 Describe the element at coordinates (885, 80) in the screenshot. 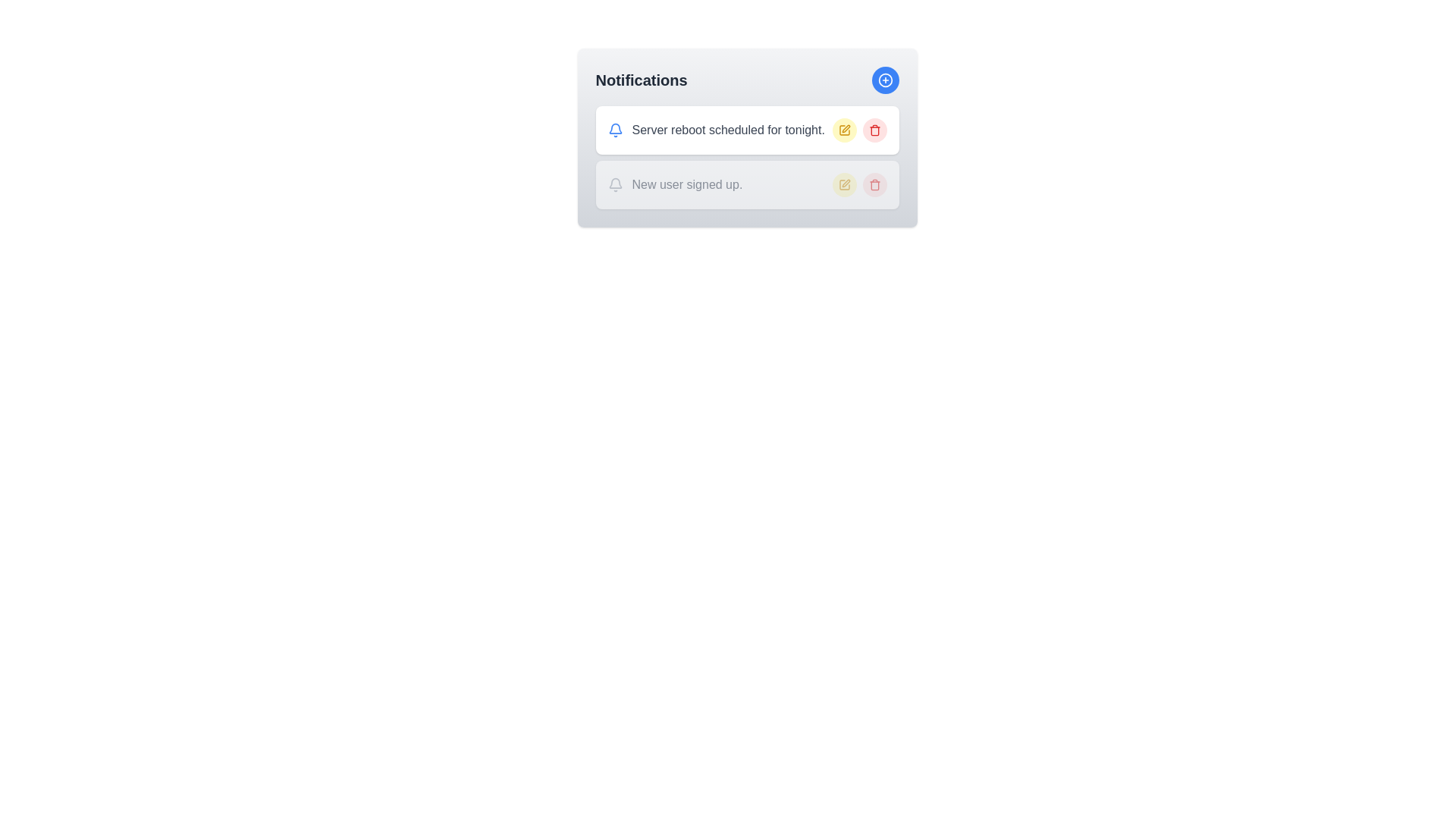

I see `the circular blue button at the top-right corner of the notification panel` at that location.